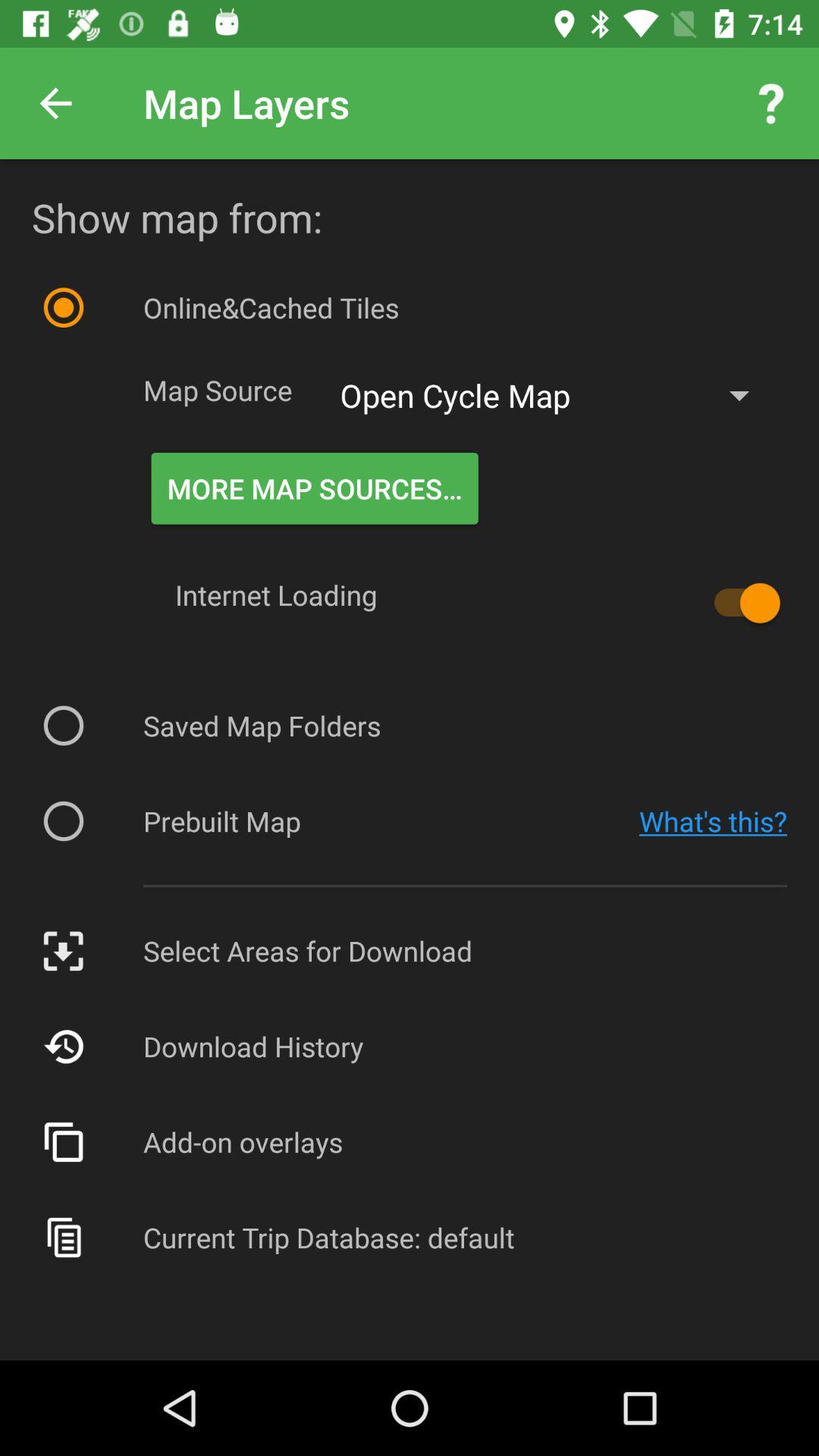 Image resolution: width=819 pixels, height=1456 pixels. Describe the element at coordinates (739, 602) in the screenshot. I see `internet loading` at that location.